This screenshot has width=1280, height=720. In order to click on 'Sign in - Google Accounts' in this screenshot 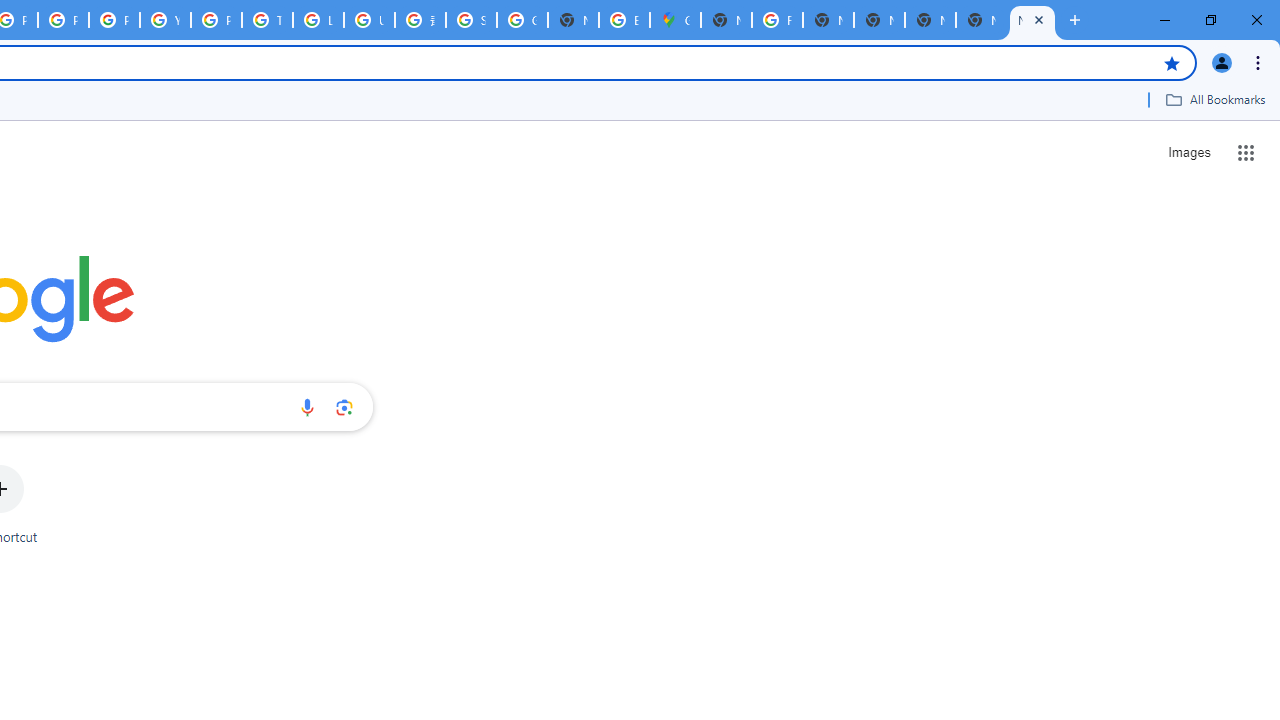, I will do `click(470, 20)`.